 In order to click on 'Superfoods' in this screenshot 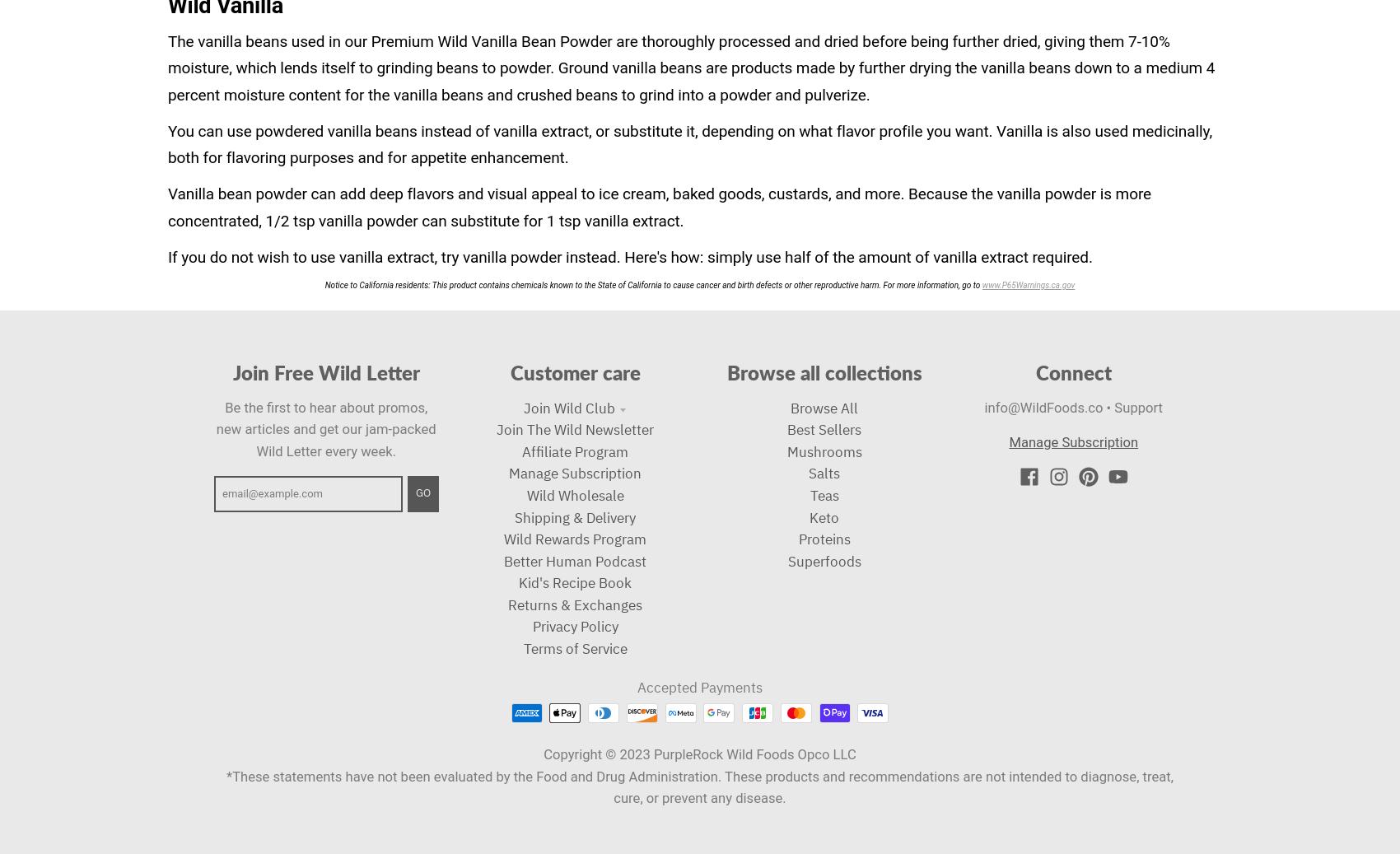, I will do `click(823, 560)`.